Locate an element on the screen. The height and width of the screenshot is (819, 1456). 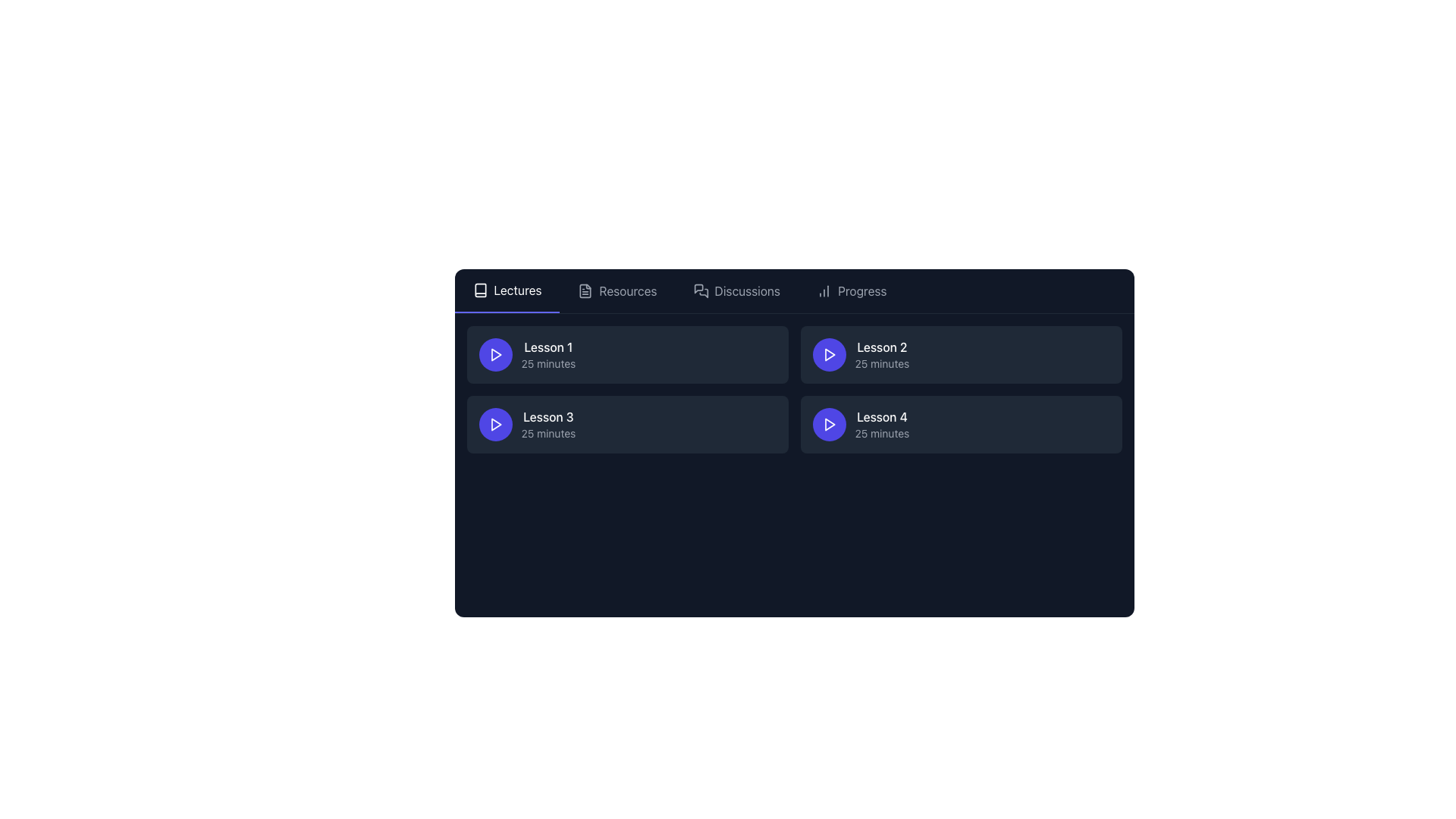
to select the 'Discussions' tab, which is the third item in the navigation bar, identifiable by its gray text and conversation bubble icon is located at coordinates (736, 291).